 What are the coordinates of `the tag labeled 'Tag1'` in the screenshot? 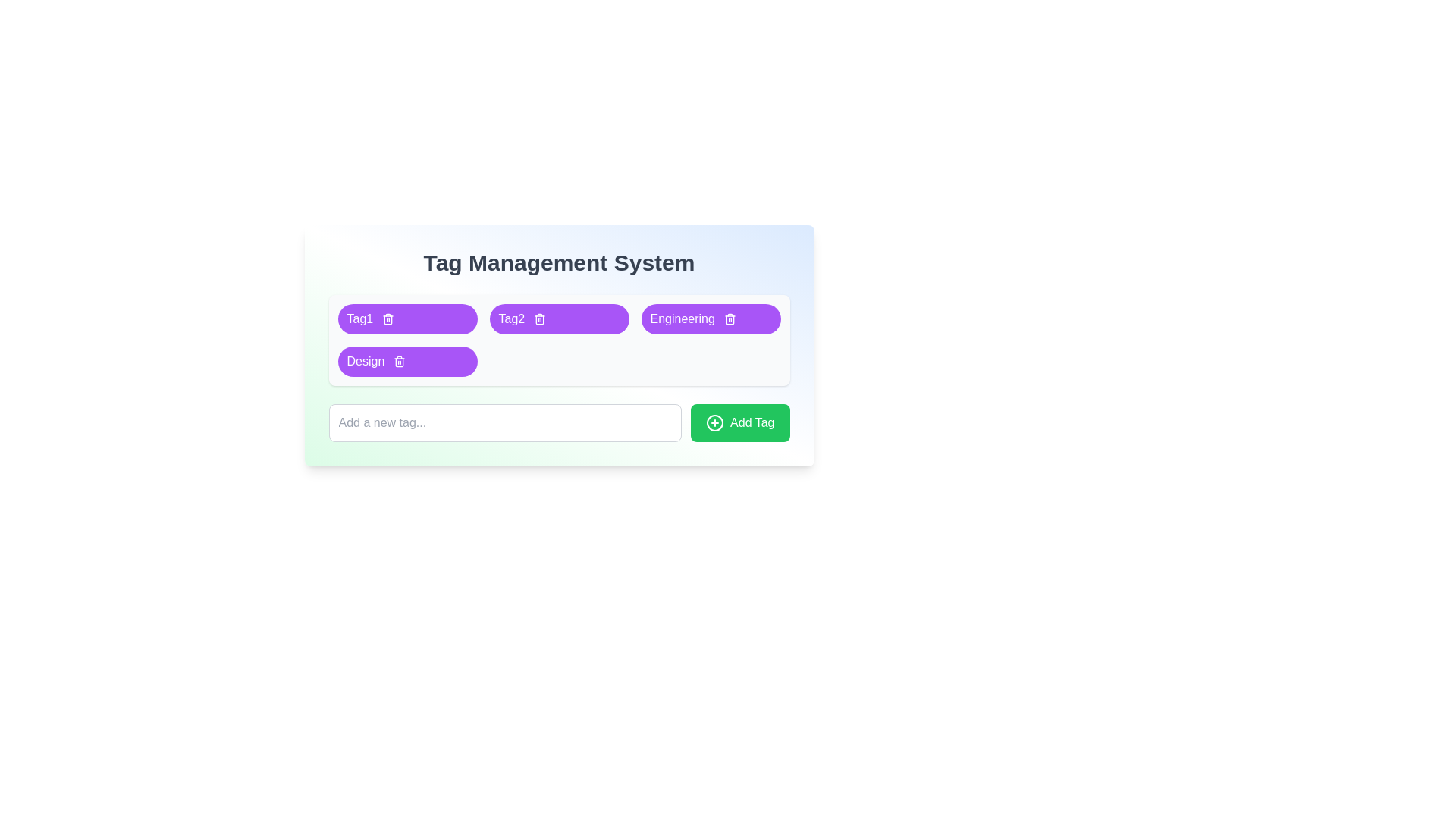 It's located at (407, 318).